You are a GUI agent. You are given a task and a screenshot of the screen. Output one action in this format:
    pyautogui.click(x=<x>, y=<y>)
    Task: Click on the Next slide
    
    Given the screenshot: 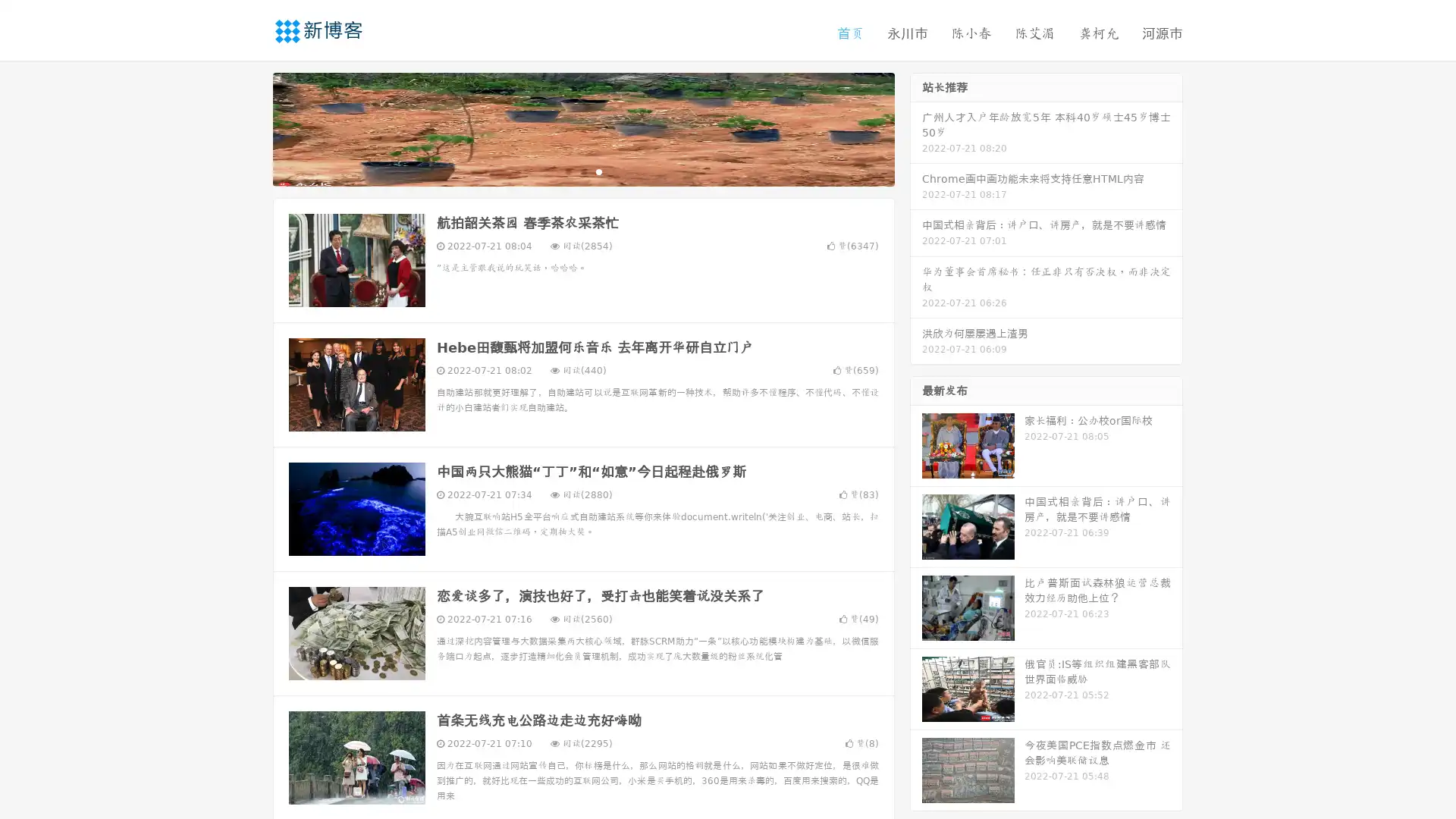 What is the action you would take?
    pyautogui.click(x=916, y=127)
    